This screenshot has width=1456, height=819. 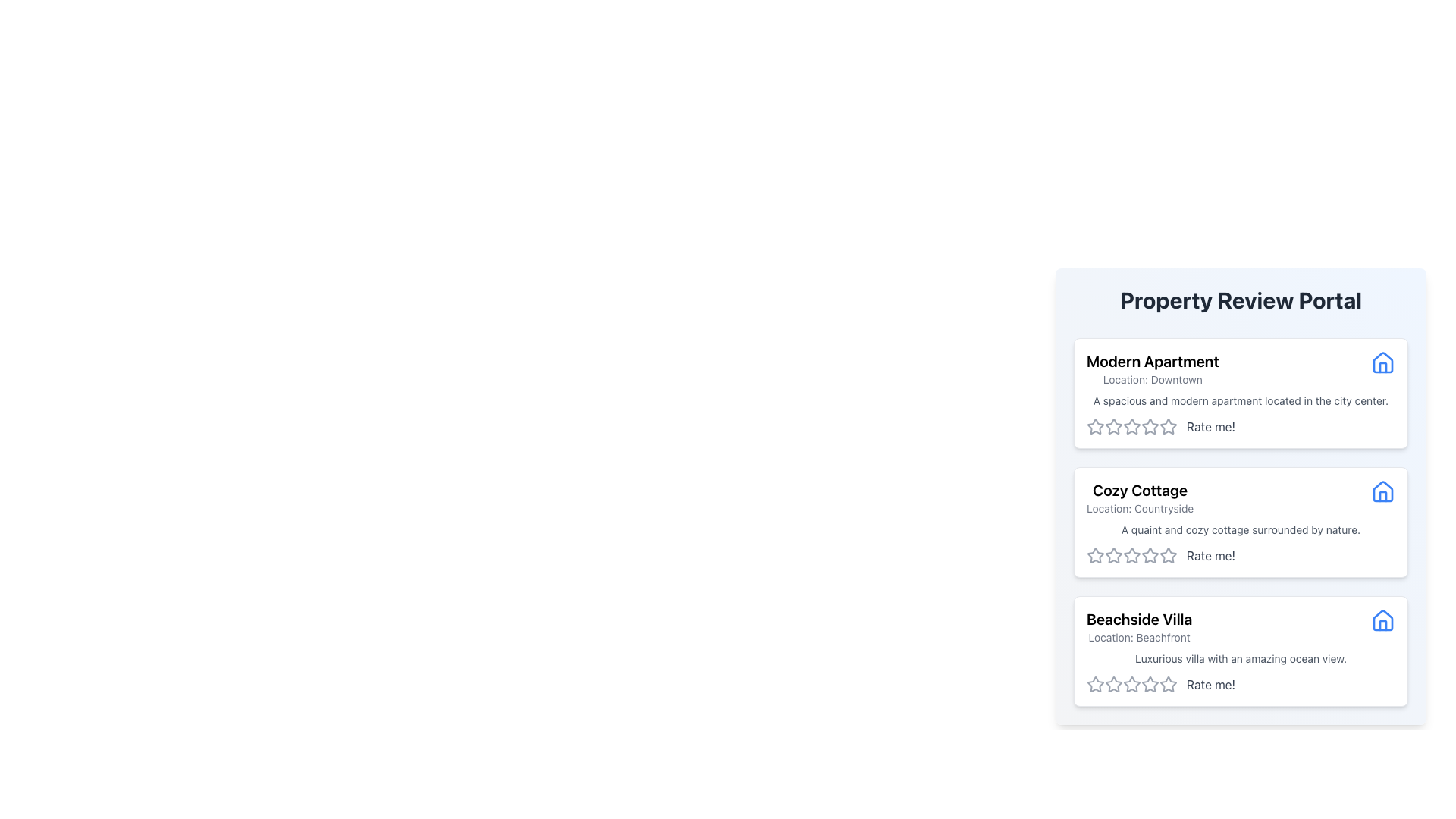 What do you see at coordinates (1095, 555) in the screenshot?
I see `the first rating star icon in the series of five under the 'Cozy Cottage' property in the 'Property Review Portal' to update the rating score` at bounding box center [1095, 555].